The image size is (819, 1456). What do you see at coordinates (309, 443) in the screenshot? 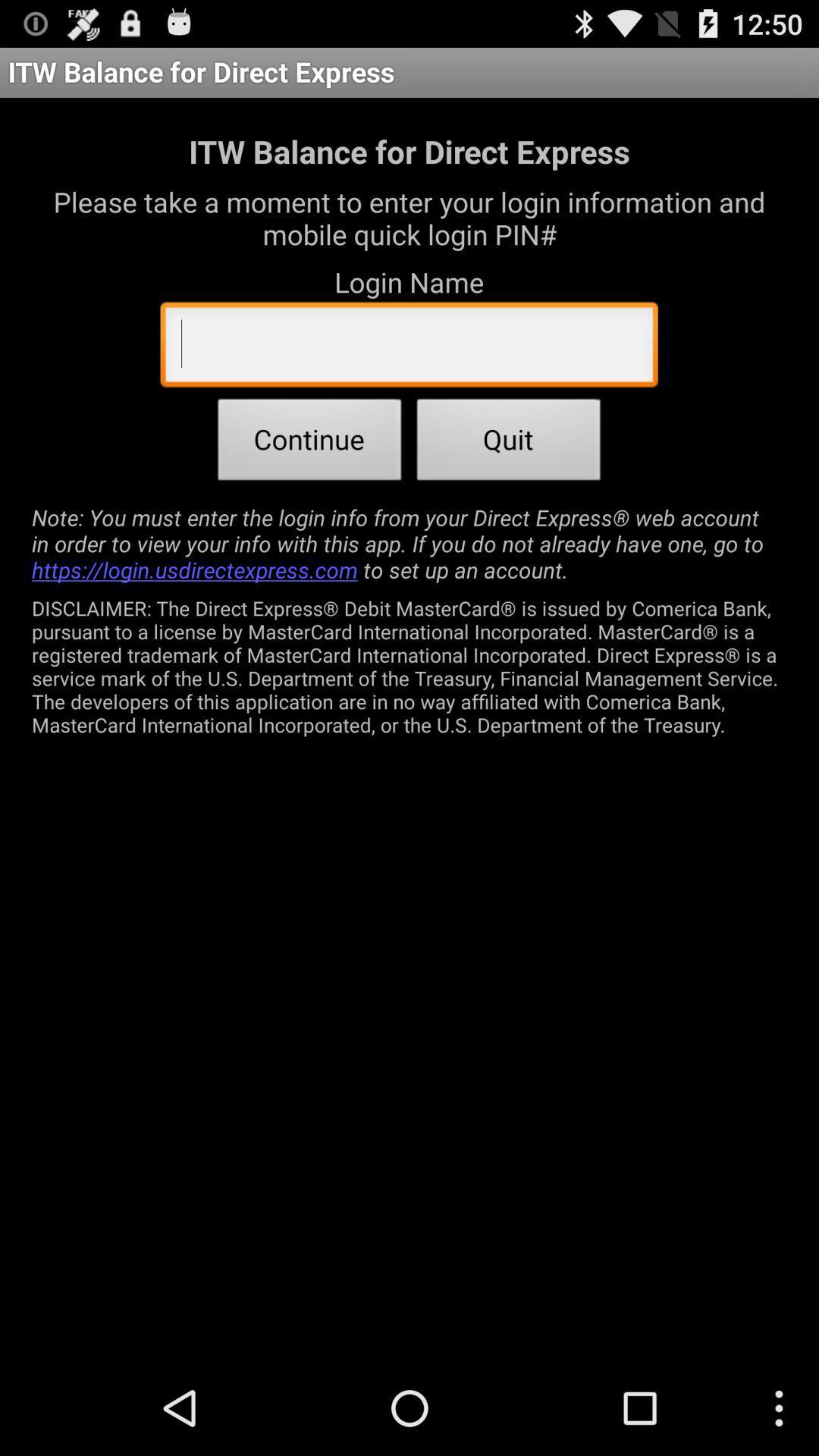
I see `the app above the note you must` at bounding box center [309, 443].